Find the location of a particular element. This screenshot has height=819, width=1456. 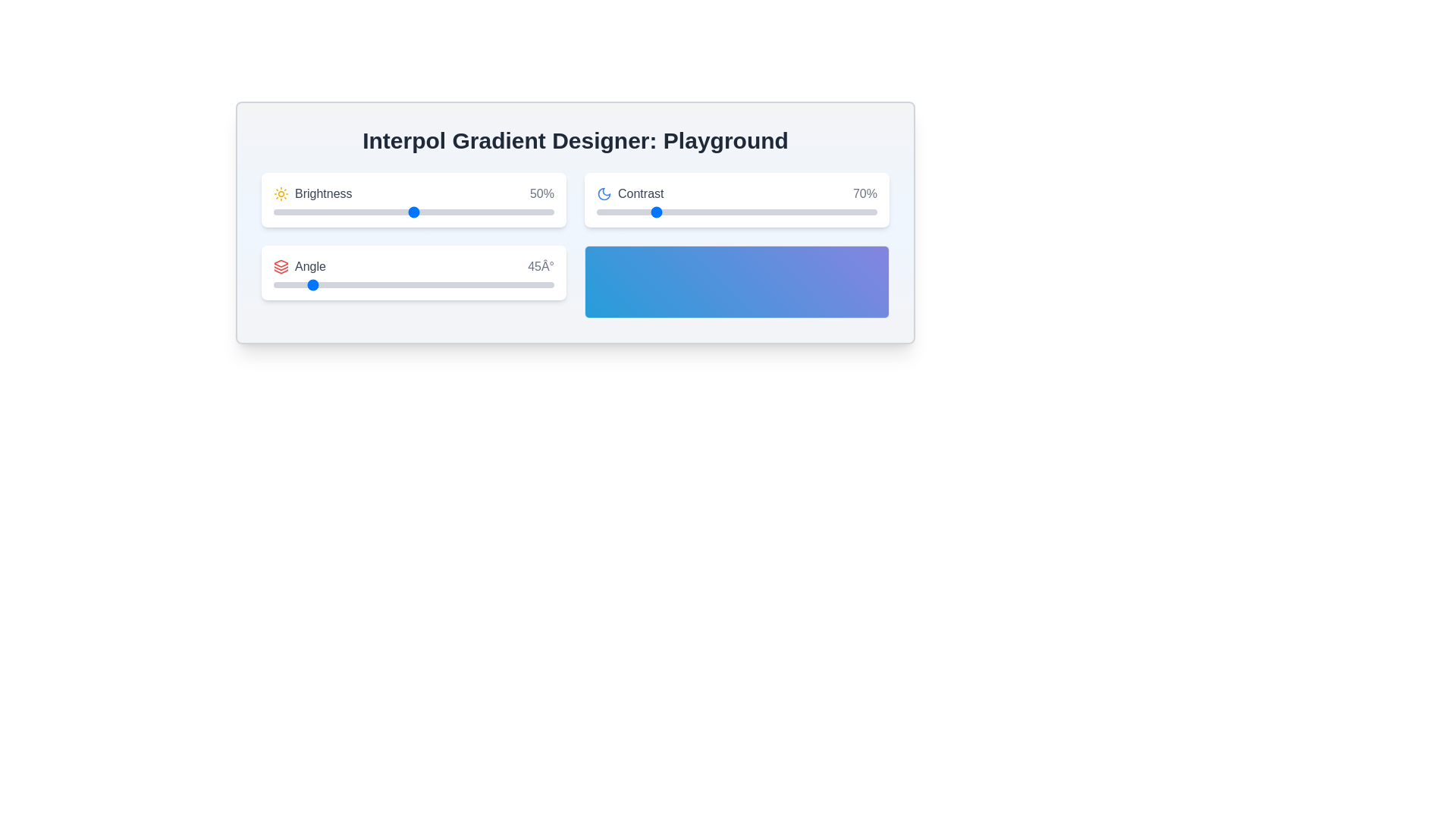

brightness level is located at coordinates (302, 212).